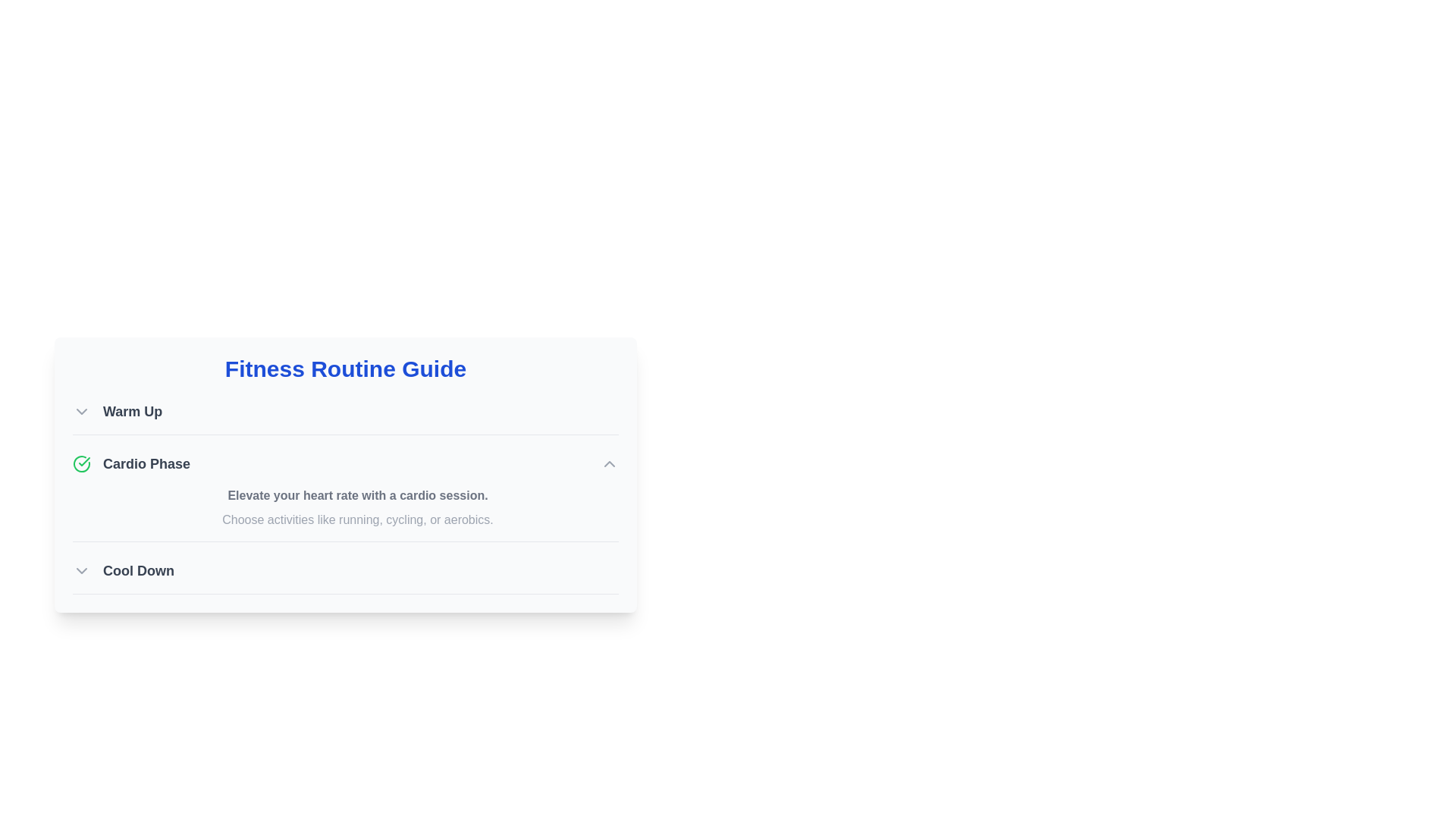 The height and width of the screenshot is (819, 1456). Describe the element at coordinates (131, 463) in the screenshot. I see `the 'Cardio Phase' label located under the 'Warm Up' section, which includes a status icon to its left` at that location.